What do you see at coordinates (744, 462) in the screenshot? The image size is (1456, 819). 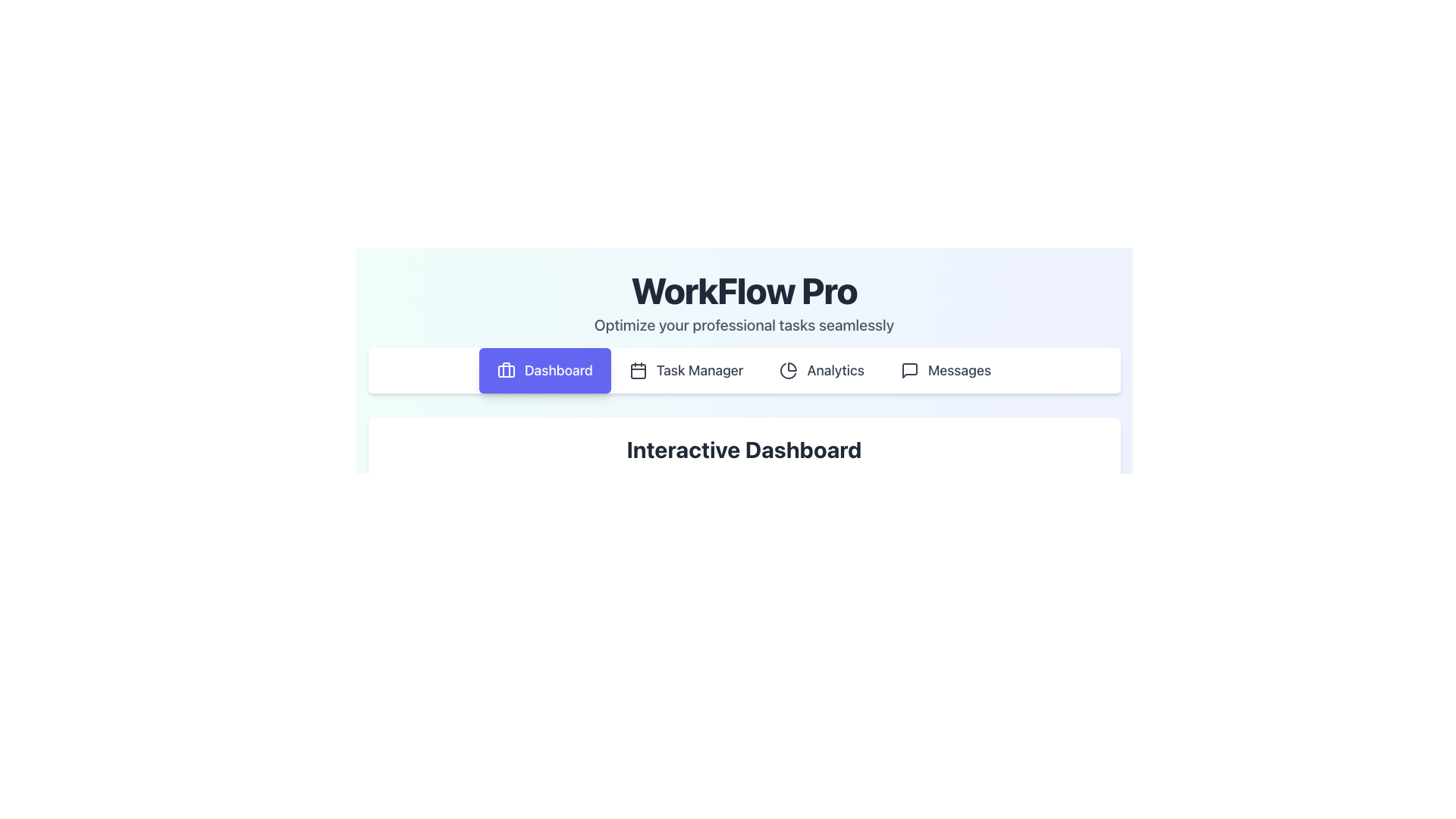 I see `the Text block that introduces the 'Interactive Dashboard' feature, located just below the navigation bar` at bounding box center [744, 462].